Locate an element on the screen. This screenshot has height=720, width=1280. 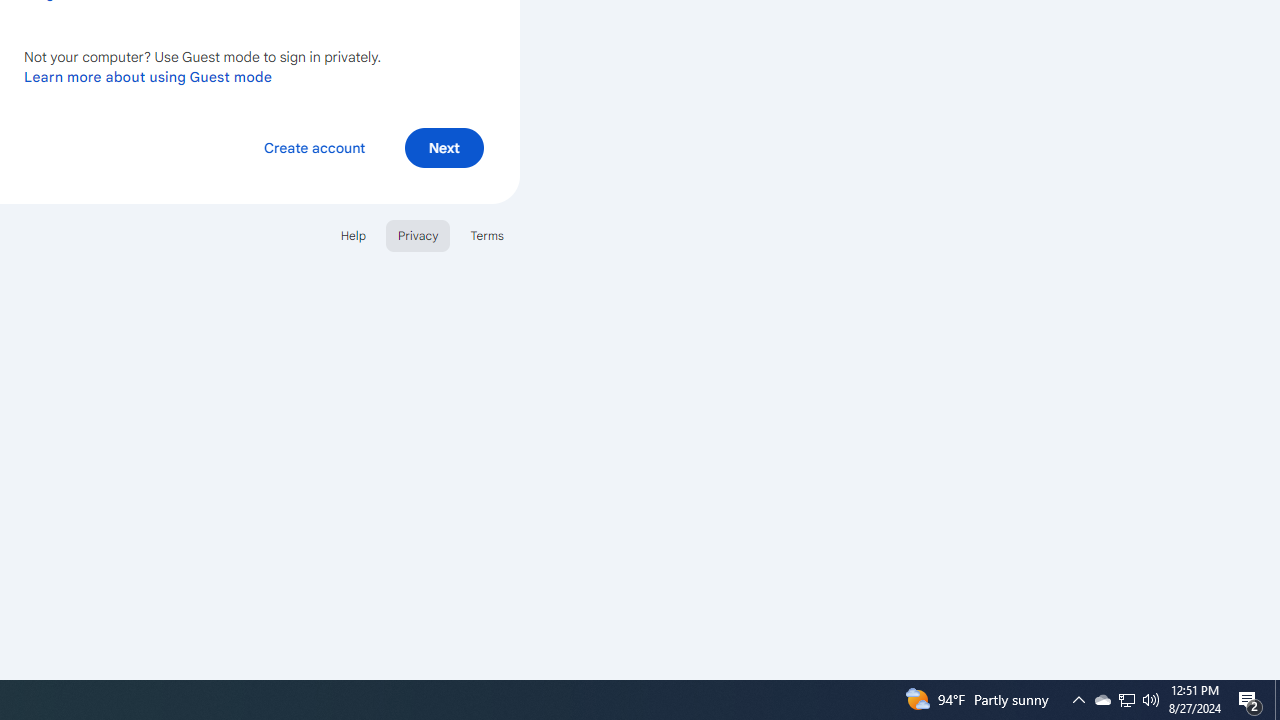
'Help' is located at coordinates (352, 234).